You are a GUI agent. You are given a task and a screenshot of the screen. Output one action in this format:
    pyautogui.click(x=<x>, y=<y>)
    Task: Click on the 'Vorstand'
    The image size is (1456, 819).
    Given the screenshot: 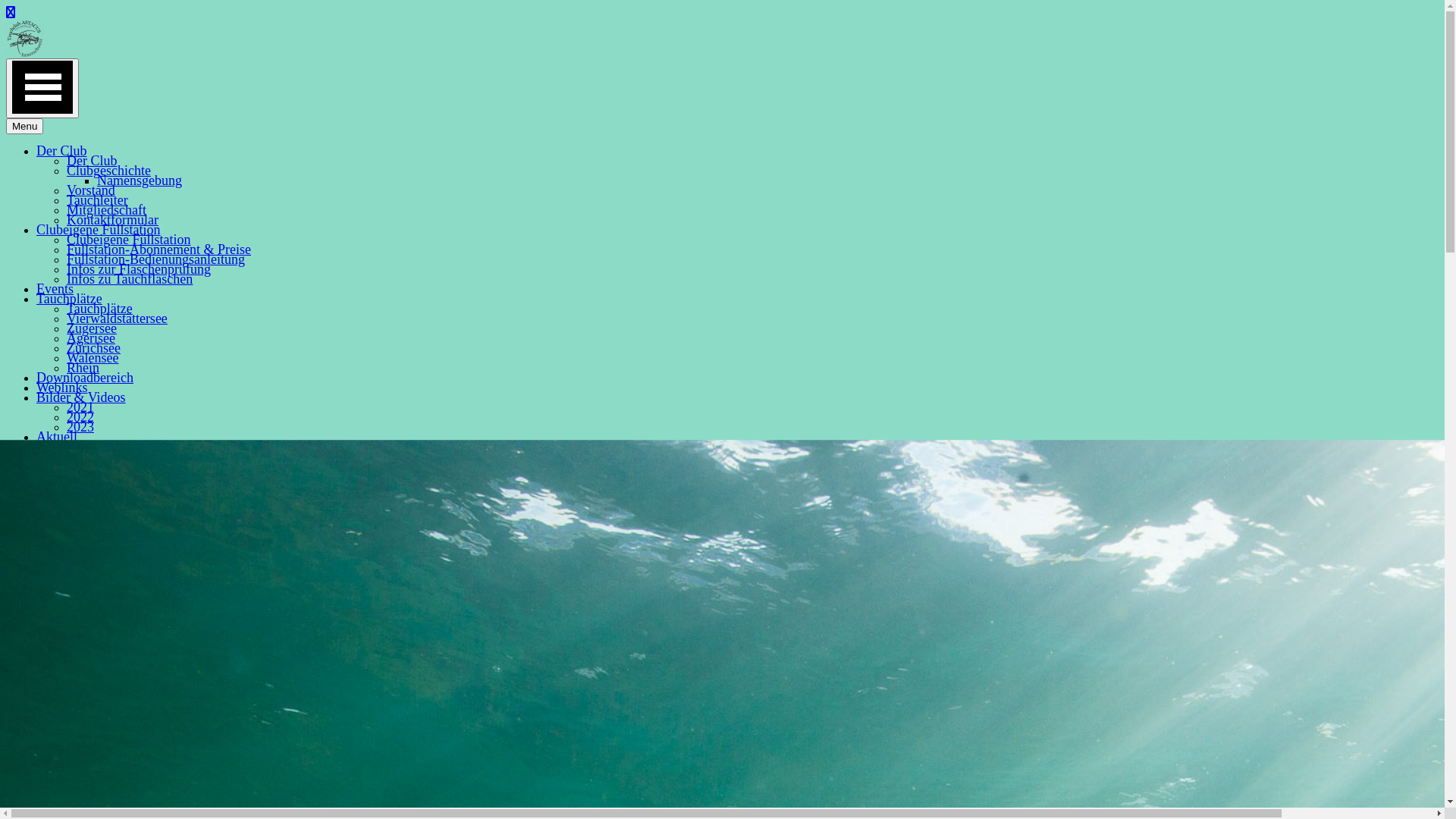 What is the action you would take?
    pyautogui.click(x=90, y=189)
    